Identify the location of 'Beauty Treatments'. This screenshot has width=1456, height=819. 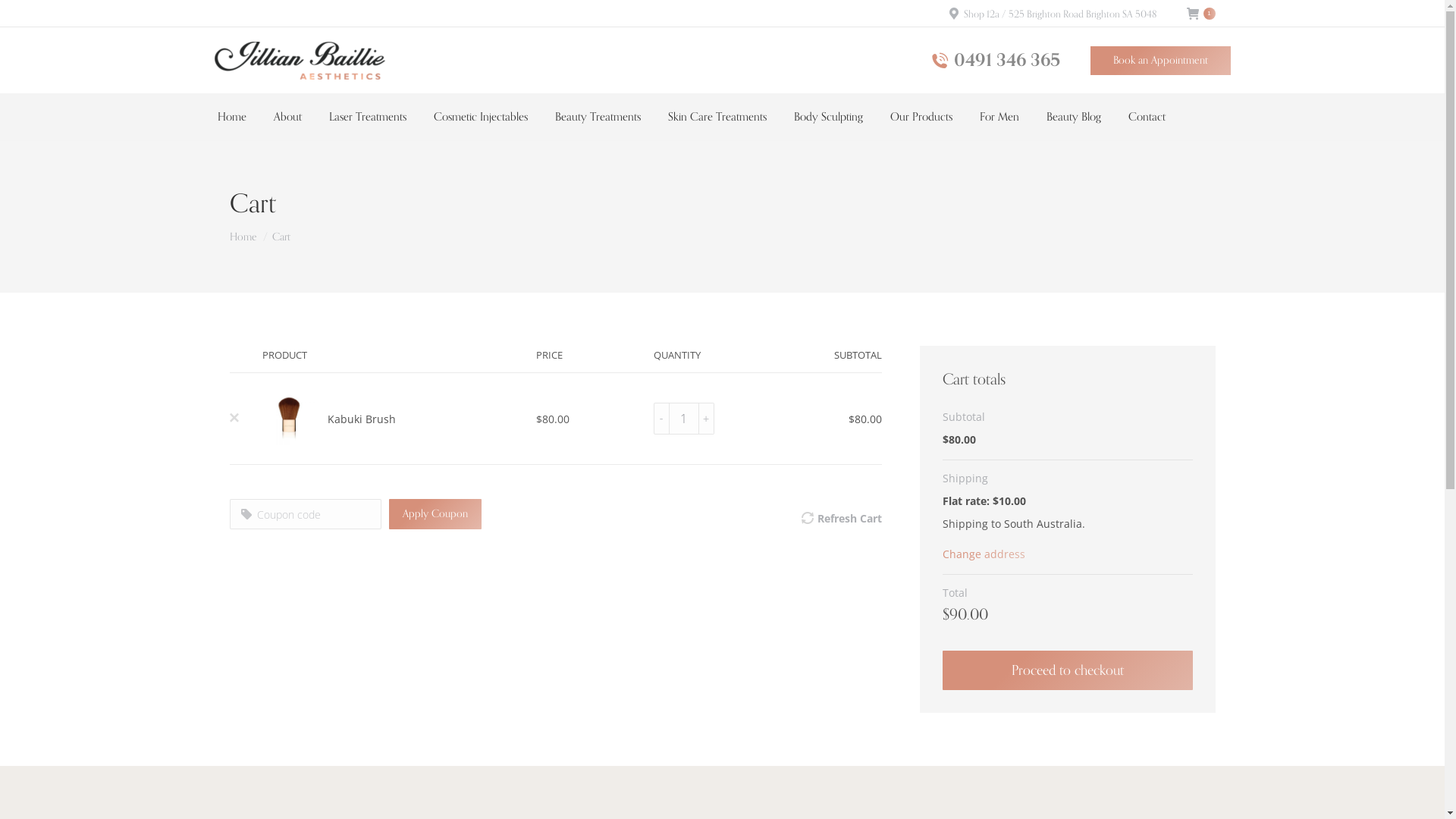
(597, 116).